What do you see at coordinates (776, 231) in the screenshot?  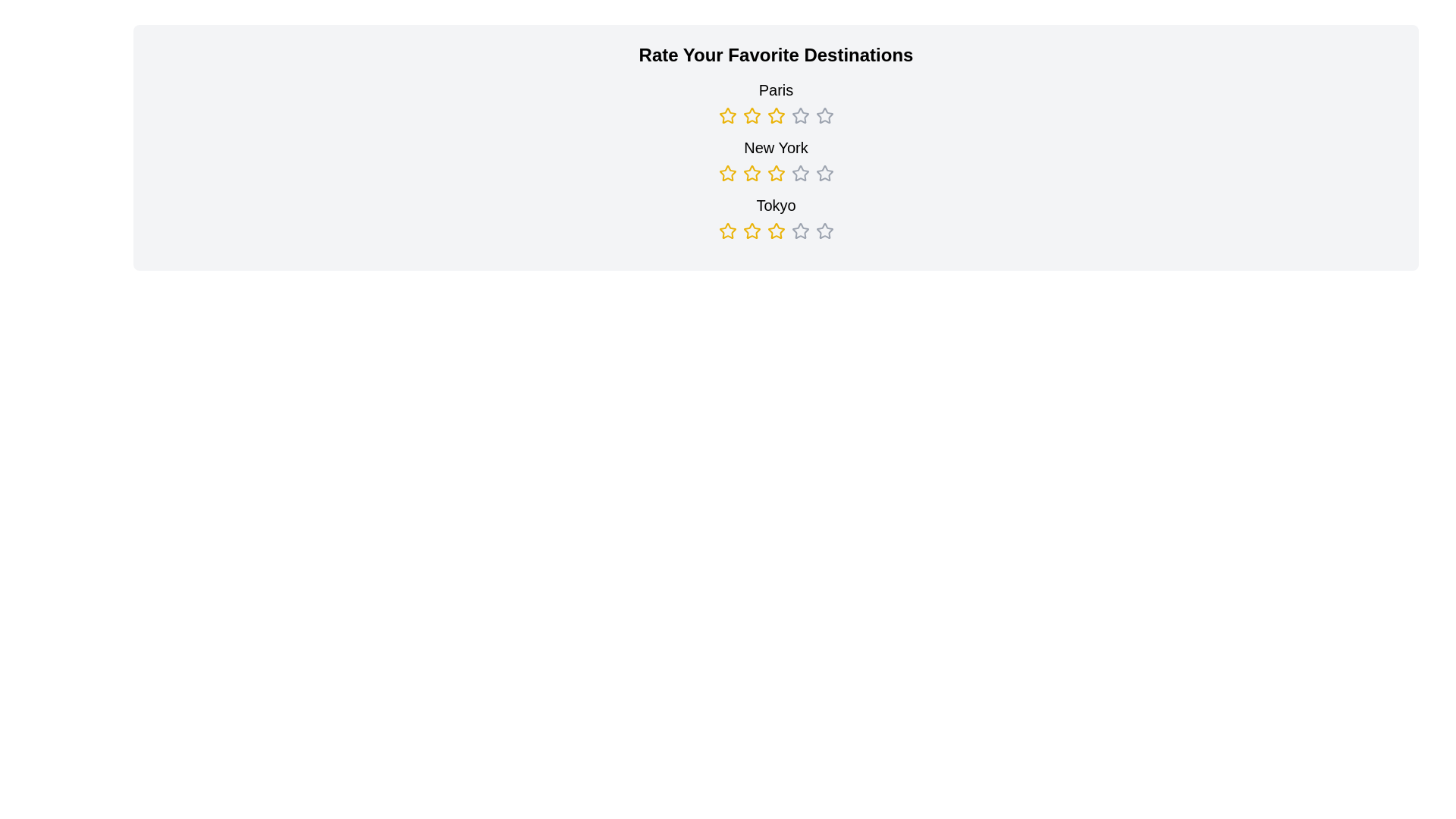 I see `the third Star Rating Component below the label 'Tokyo' to provide a rating` at bounding box center [776, 231].